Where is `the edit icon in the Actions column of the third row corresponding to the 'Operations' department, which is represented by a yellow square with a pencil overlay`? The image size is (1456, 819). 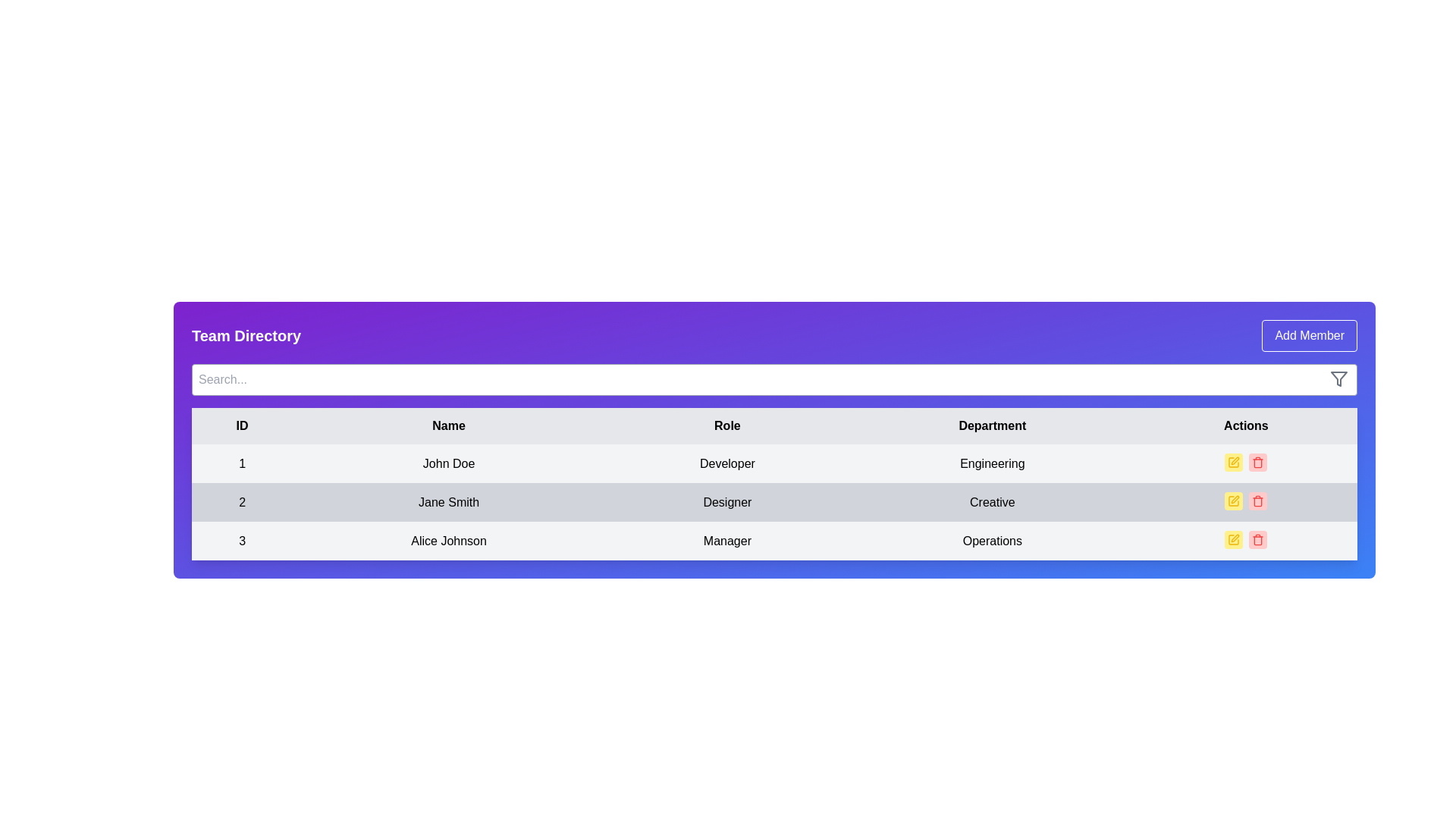
the edit icon in the Actions column of the third row corresponding to the 'Operations' department, which is represented by a yellow square with a pencil overlay is located at coordinates (1234, 539).